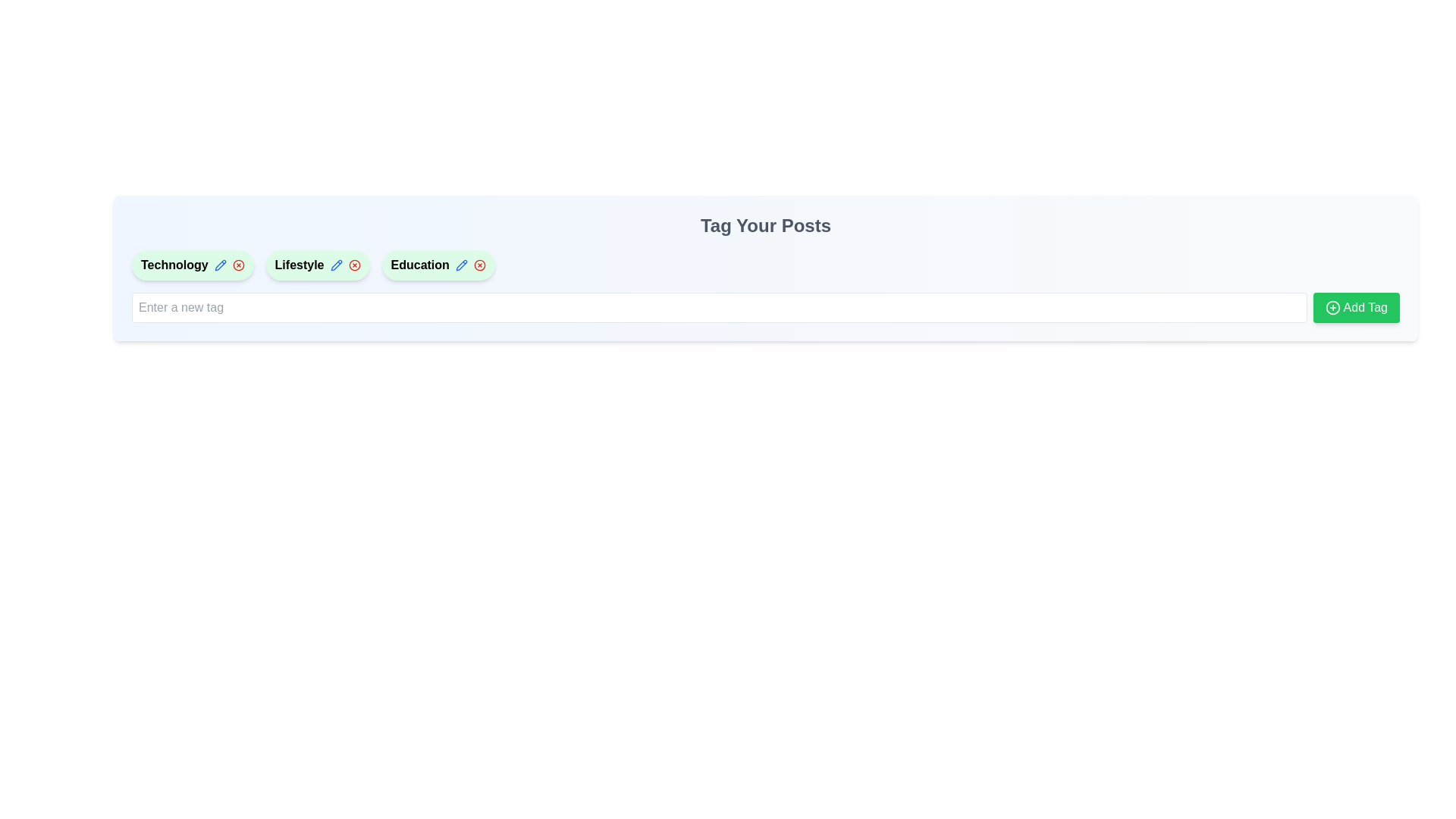  What do you see at coordinates (1356, 307) in the screenshot?
I see `the button for adding a tag, located to the right of the 'Enter a new tag' input field` at bounding box center [1356, 307].